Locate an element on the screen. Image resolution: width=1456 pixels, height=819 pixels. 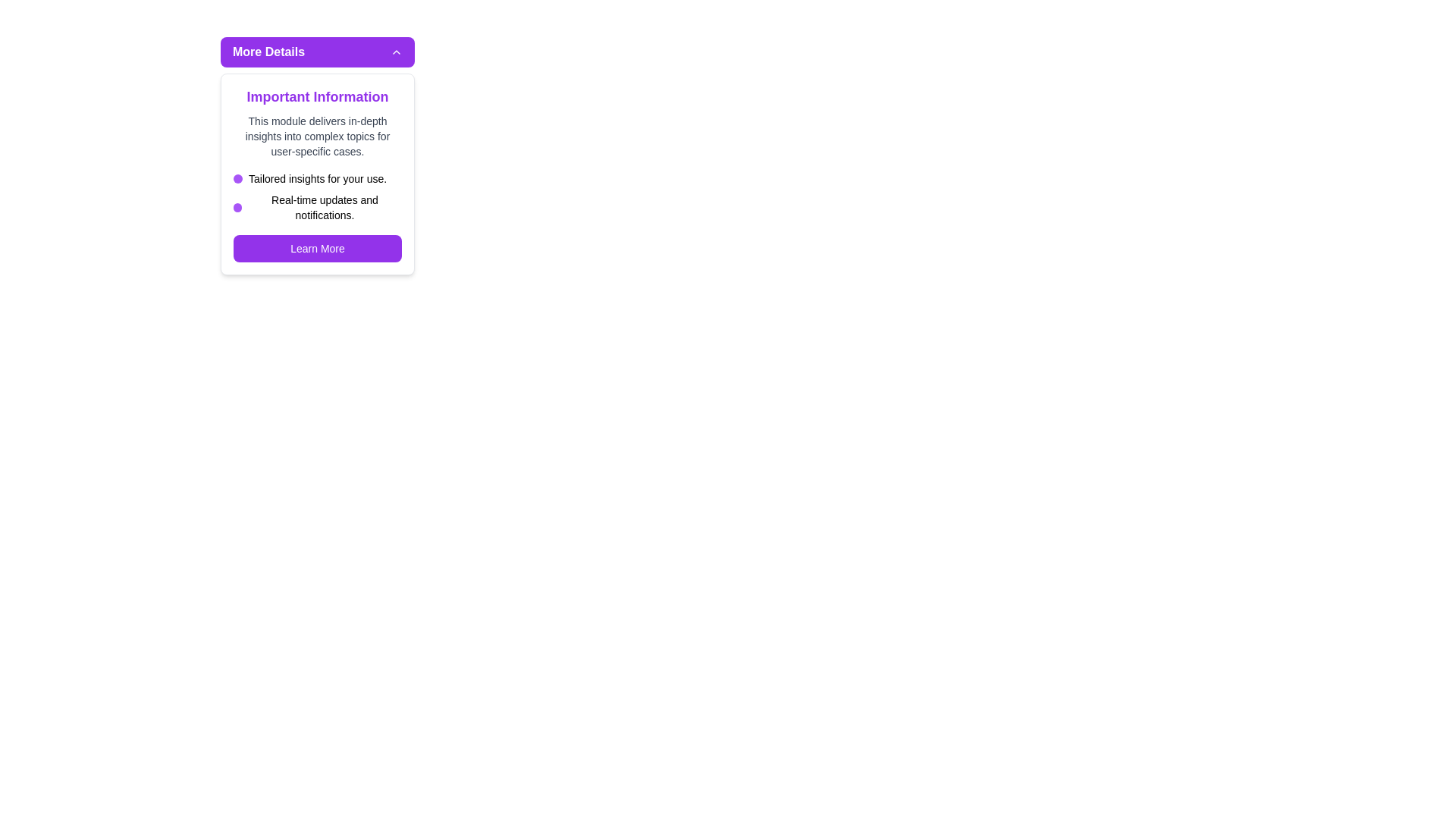
the interactive button located at the top of the compact informational panel is located at coordinates (316, 52).